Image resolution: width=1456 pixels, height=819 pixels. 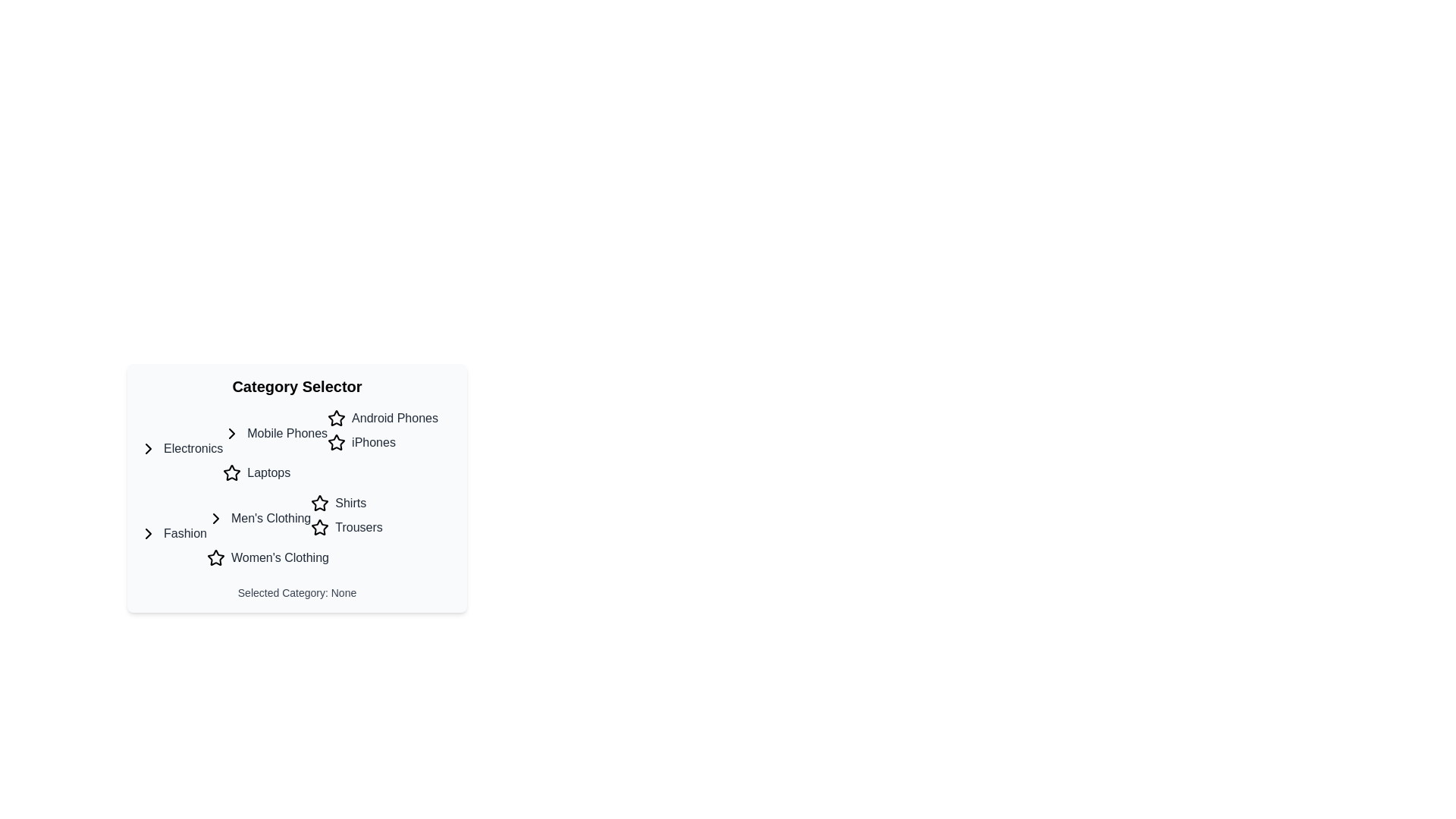 What do you see at coordinates (374, 442) in the screenshot?
I see `the clickable text link related to the 'iPhones' category to change its text color to blue` at bounding box center [374, 442].